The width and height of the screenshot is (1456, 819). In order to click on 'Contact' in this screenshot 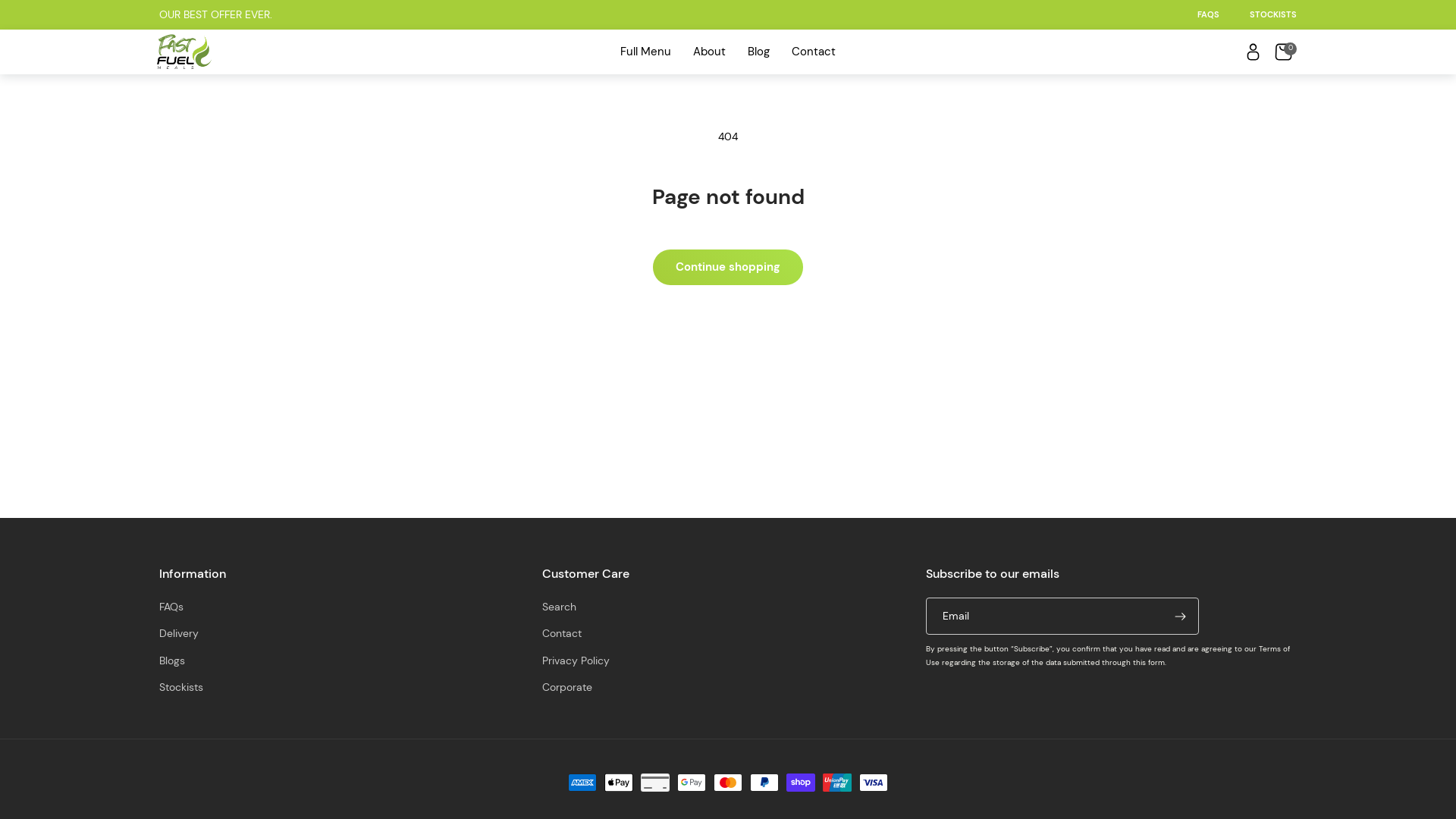, I will do `click(560, 633)`.